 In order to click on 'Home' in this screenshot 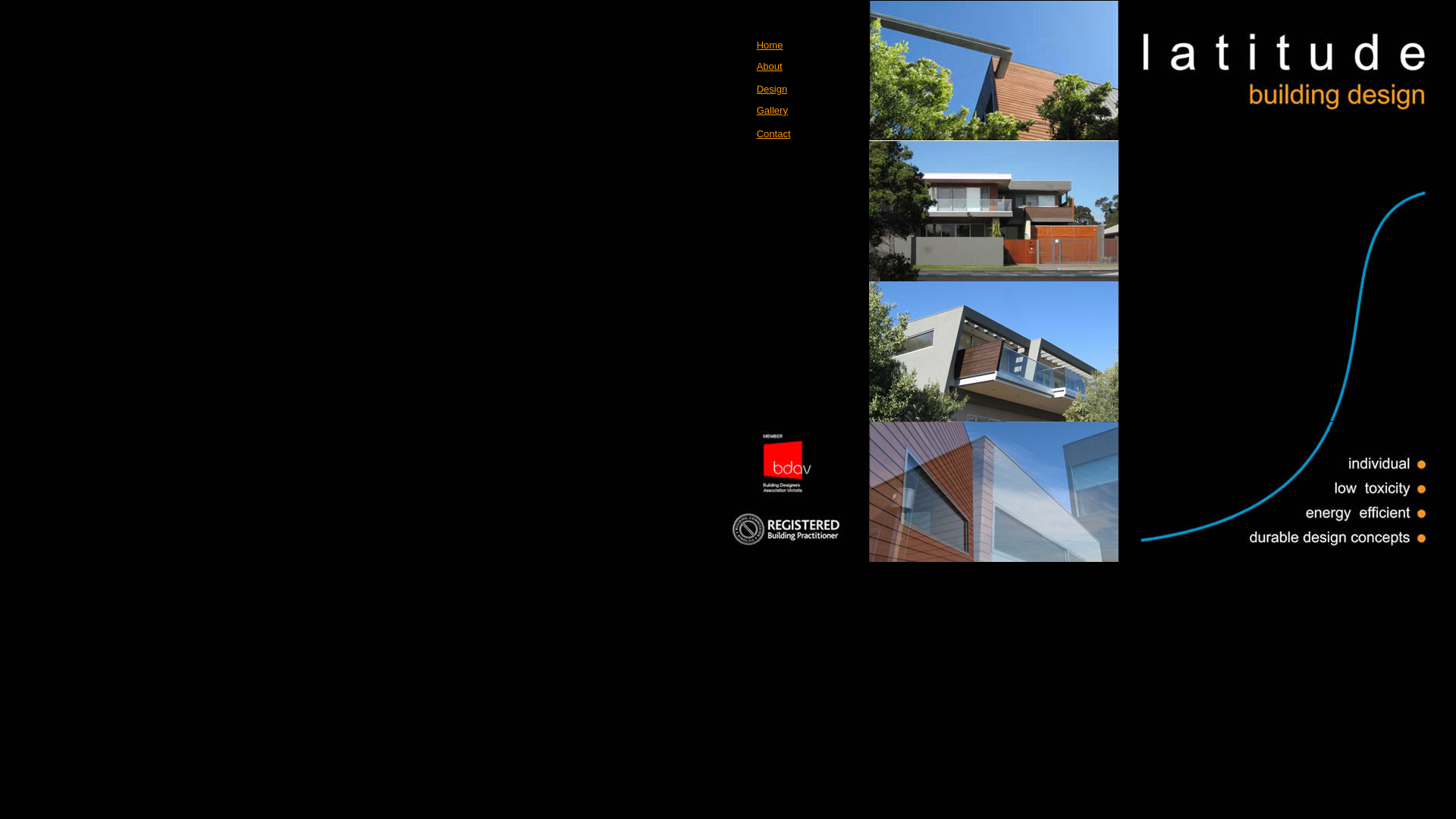, I will do `click(770, 44)`.